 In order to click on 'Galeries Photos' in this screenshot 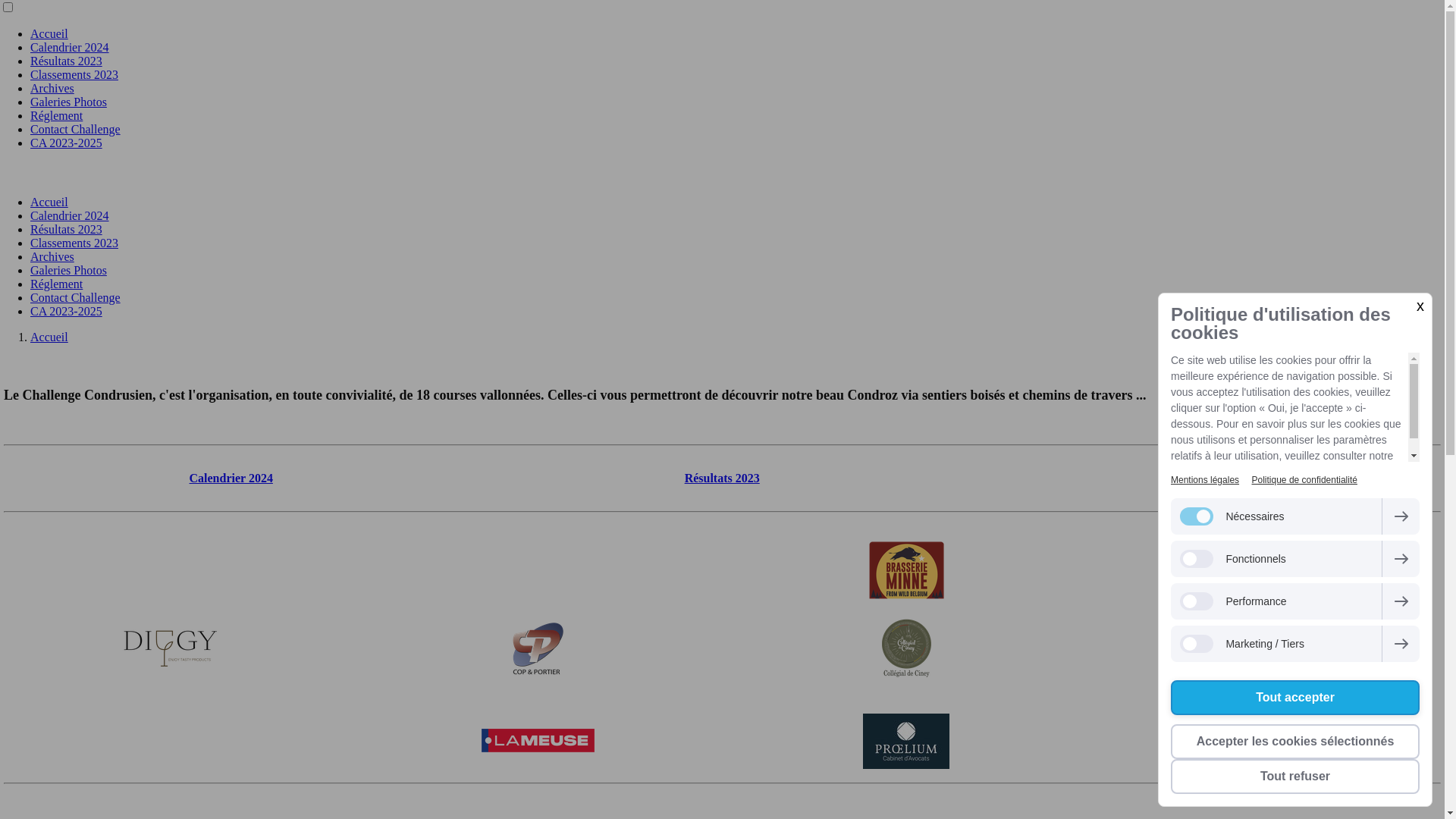, I will do `click(30, 102)`.